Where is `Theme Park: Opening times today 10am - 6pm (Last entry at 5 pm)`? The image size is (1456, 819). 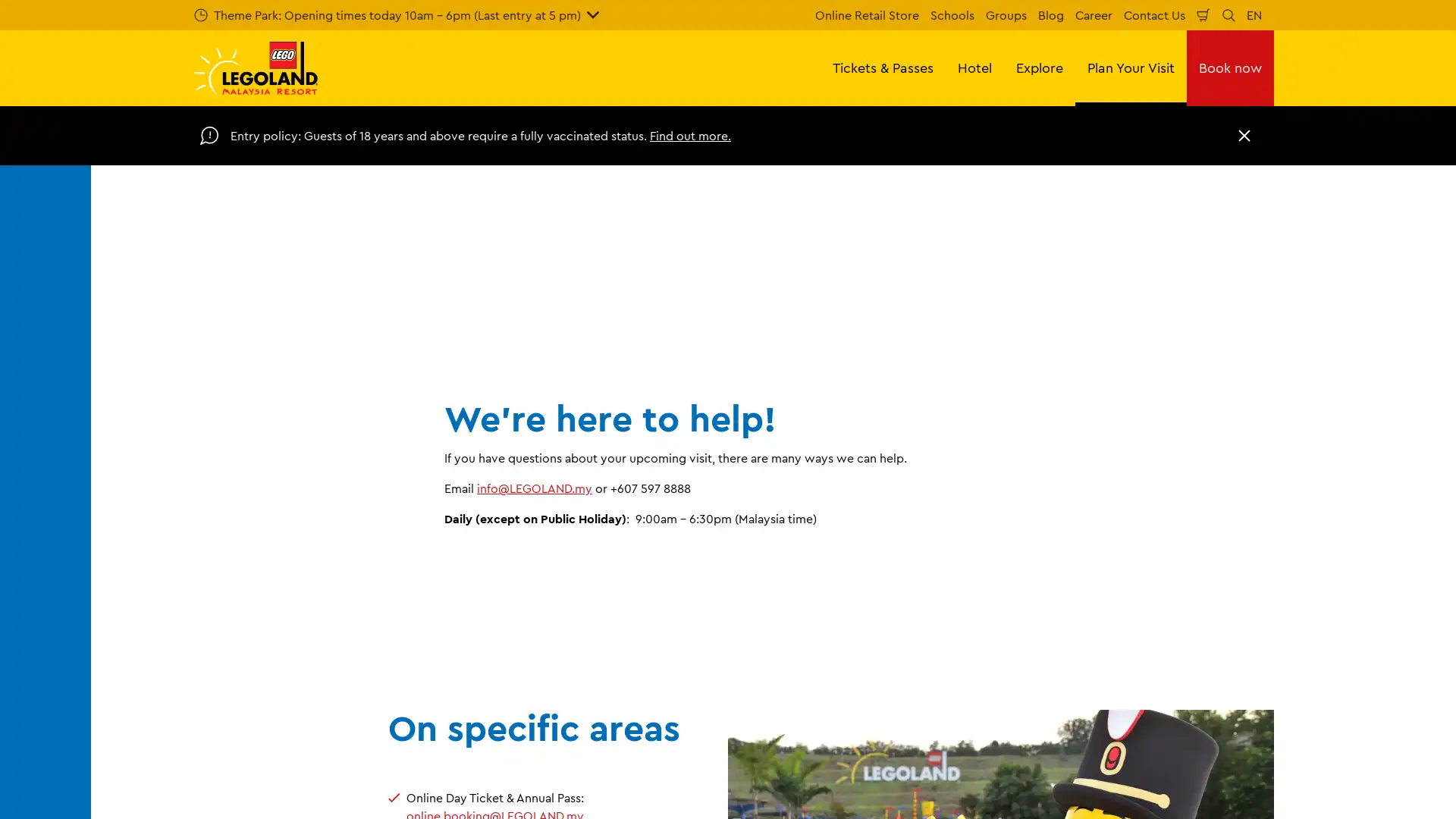
Theme Park: Opening times today 10am - 6pm (Last entry at 5 pm) is located at coordinates (397, 14).